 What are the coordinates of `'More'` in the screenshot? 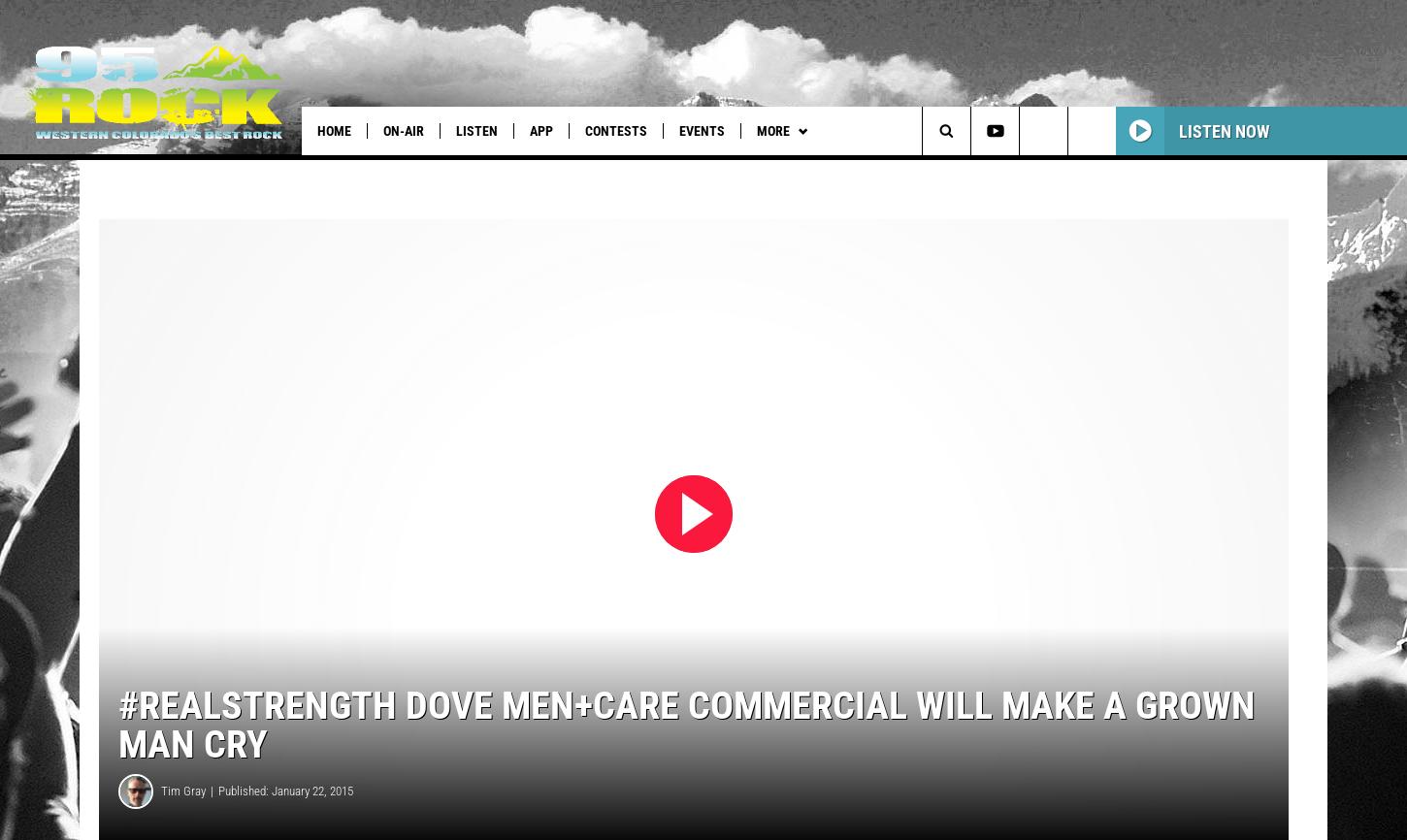 It's located at (756, 131).